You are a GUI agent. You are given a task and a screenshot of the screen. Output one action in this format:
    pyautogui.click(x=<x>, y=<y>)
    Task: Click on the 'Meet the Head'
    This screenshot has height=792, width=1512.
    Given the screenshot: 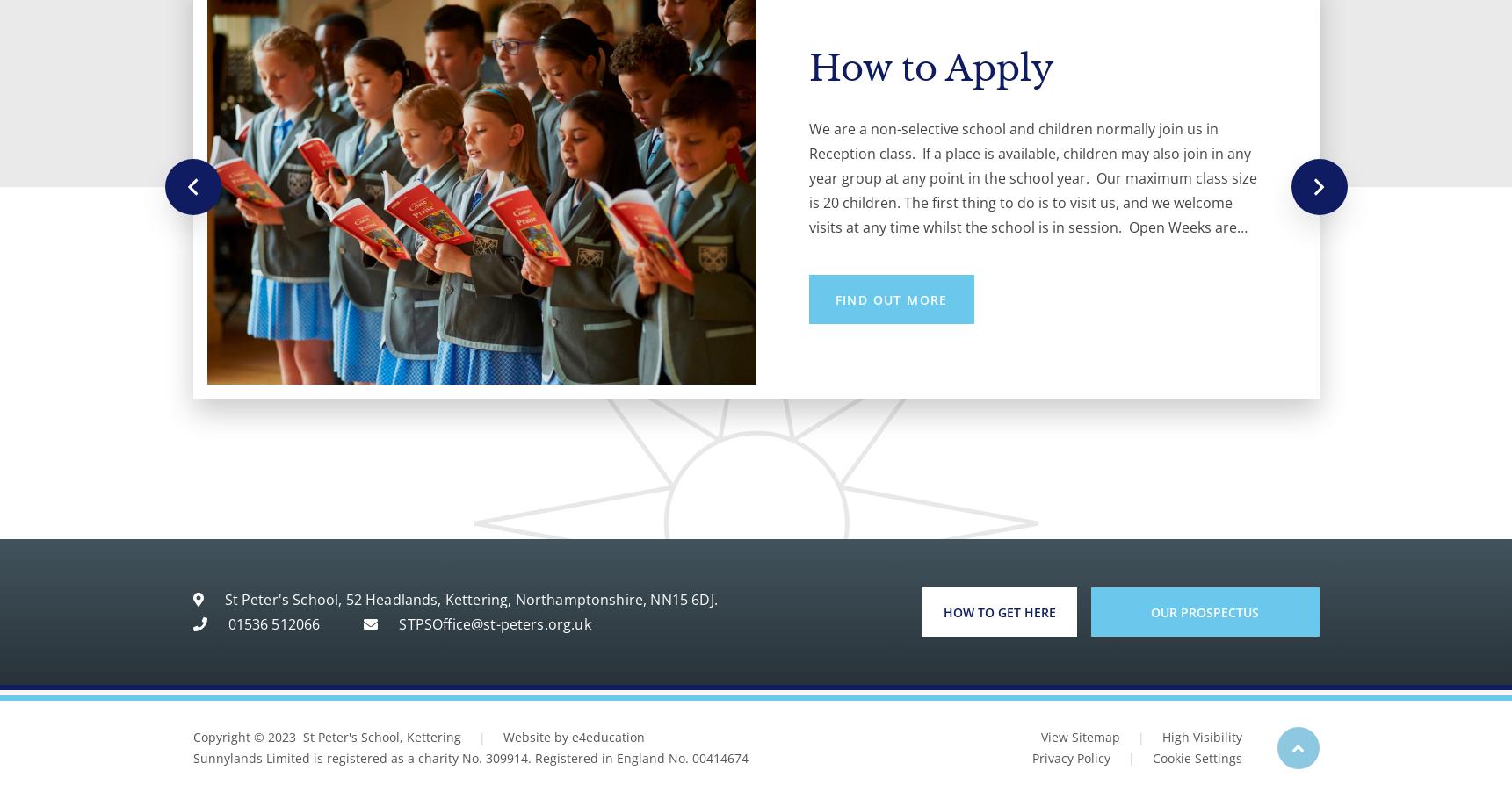 What is the action you would take?
    pyautogui.click(x=891, y=298)
    